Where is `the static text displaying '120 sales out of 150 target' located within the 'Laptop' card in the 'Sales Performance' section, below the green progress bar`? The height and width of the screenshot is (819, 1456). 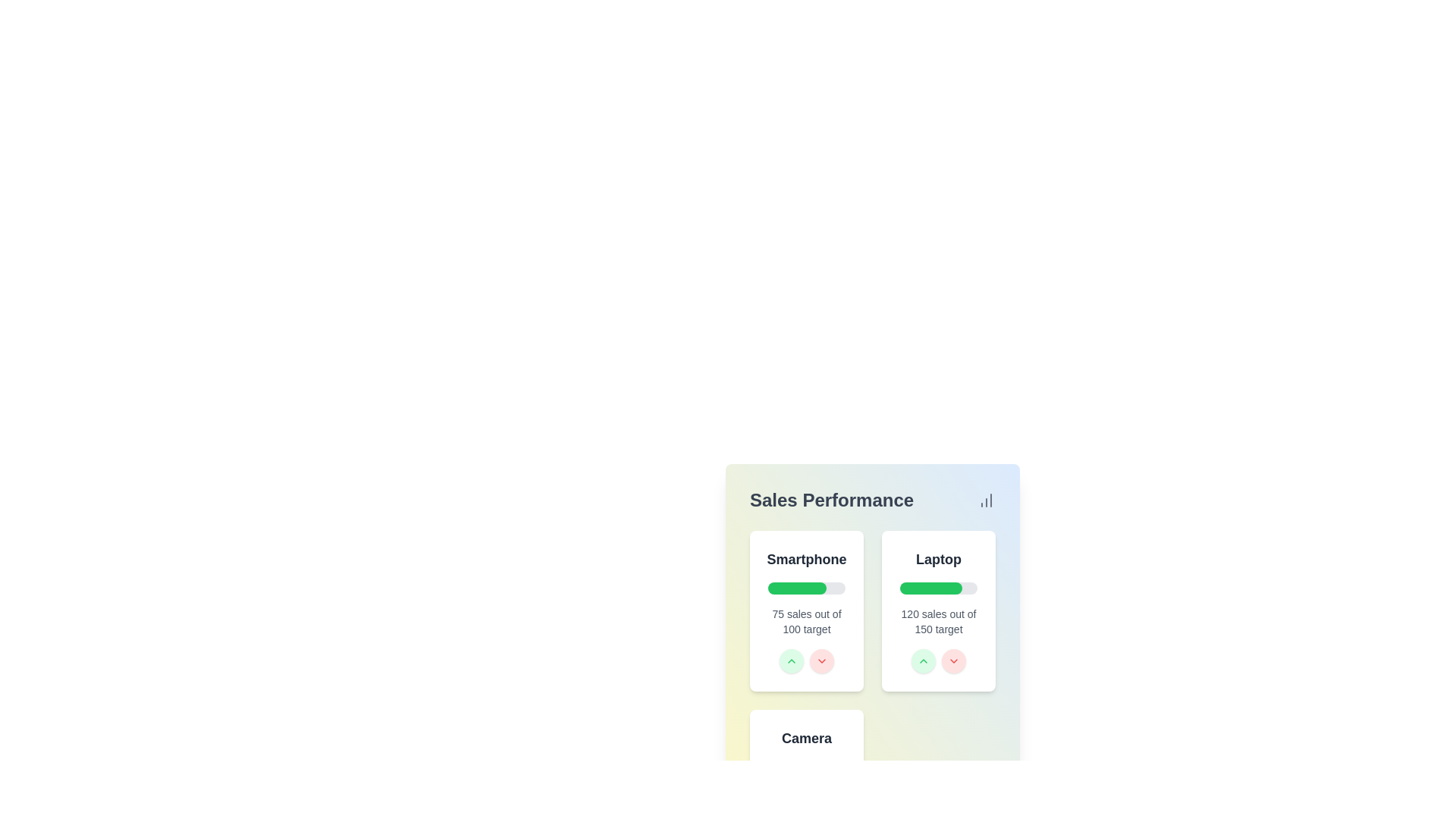 the static text displaying '120 sales out of 150 target' located within the 'Laptop' card in the 'Sales Performance' section, below the green progress bar is located at coordinates (938, 622).